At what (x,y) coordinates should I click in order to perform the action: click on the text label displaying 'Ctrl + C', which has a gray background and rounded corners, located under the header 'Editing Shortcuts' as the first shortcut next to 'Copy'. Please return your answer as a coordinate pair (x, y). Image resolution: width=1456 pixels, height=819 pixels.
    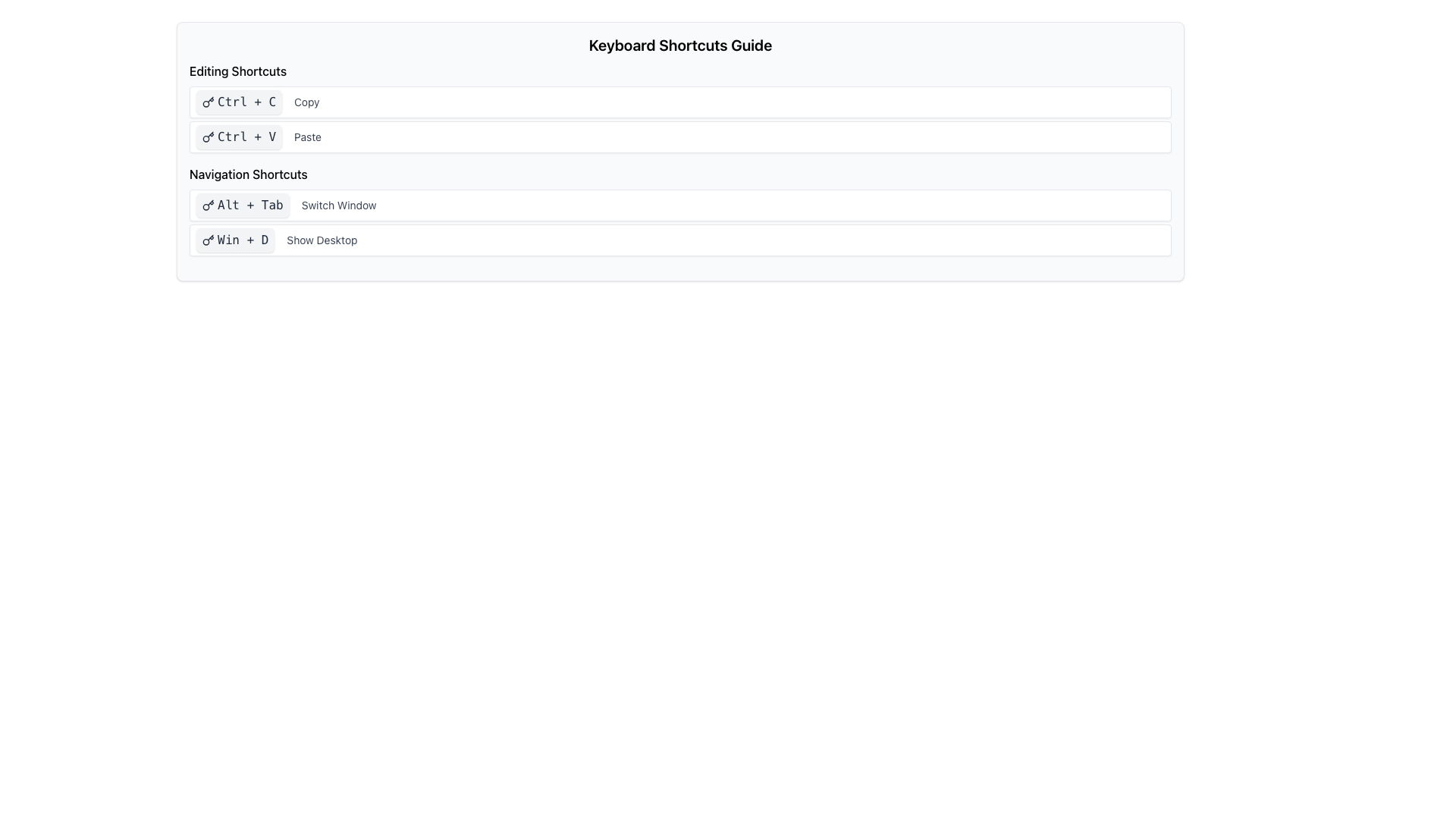
    Looking at the image, I should click on (246, 102).